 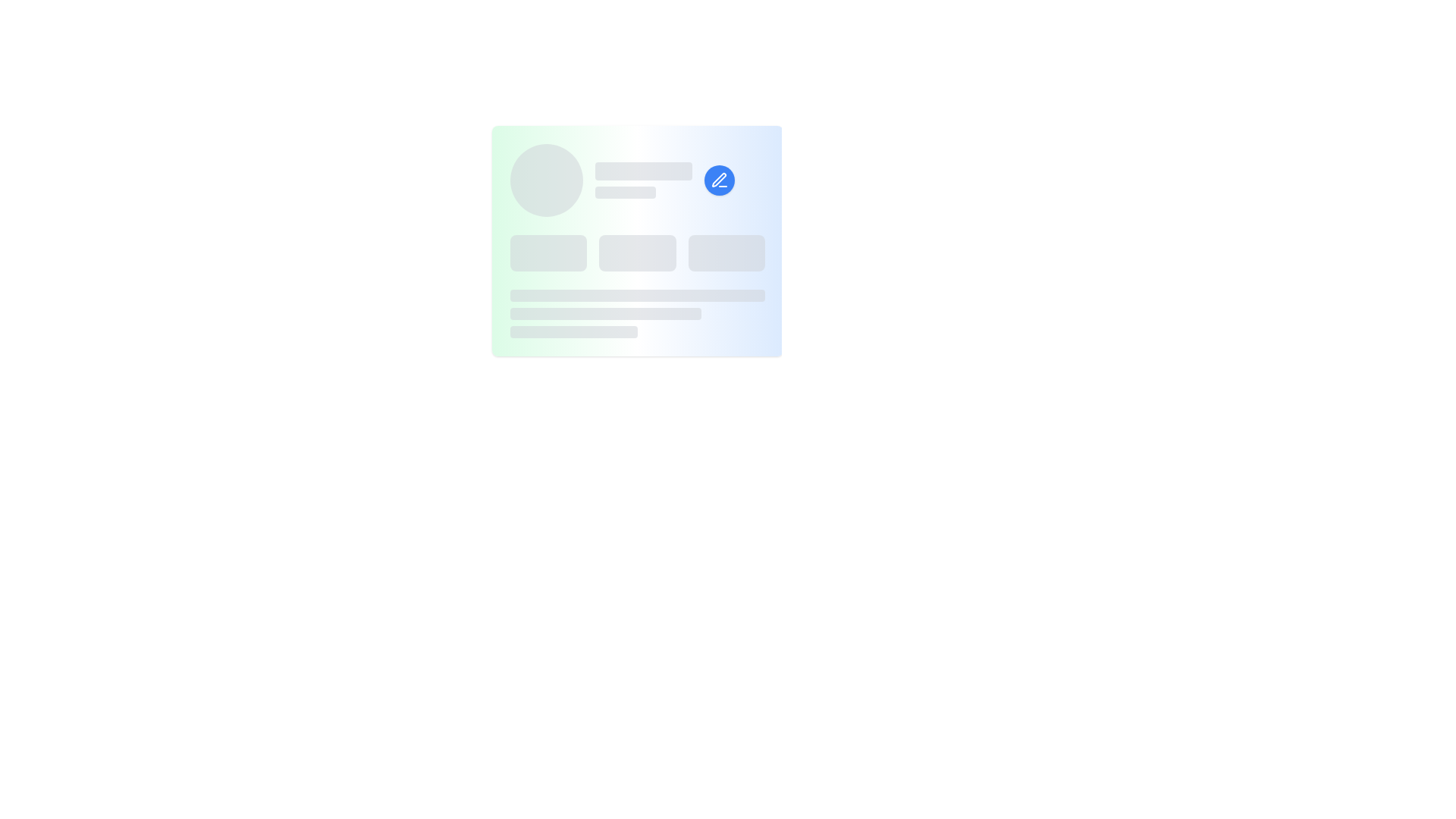 What do you see at coordinates (626, 192) in the screenshot?
I see `the Placeholder or Loading Indicator, which is a rounded rectangle with a gray background and an animated pulse effect, located below a larger sibling element` at bounding box center [626, 192].